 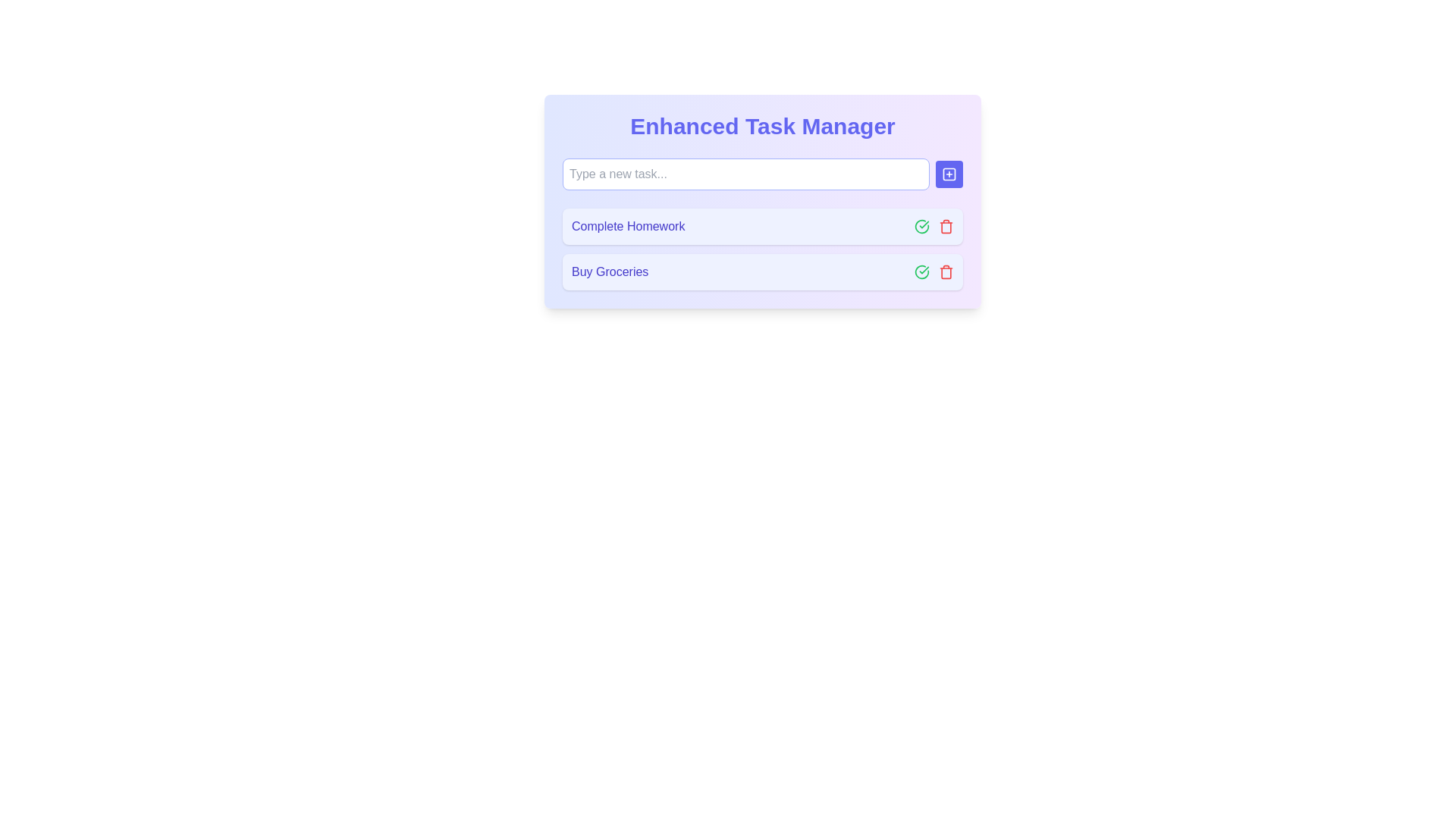 I want to click on the action button located immediately to the right of the 'Type a new task...' text input field, so click(x=949, y=174).